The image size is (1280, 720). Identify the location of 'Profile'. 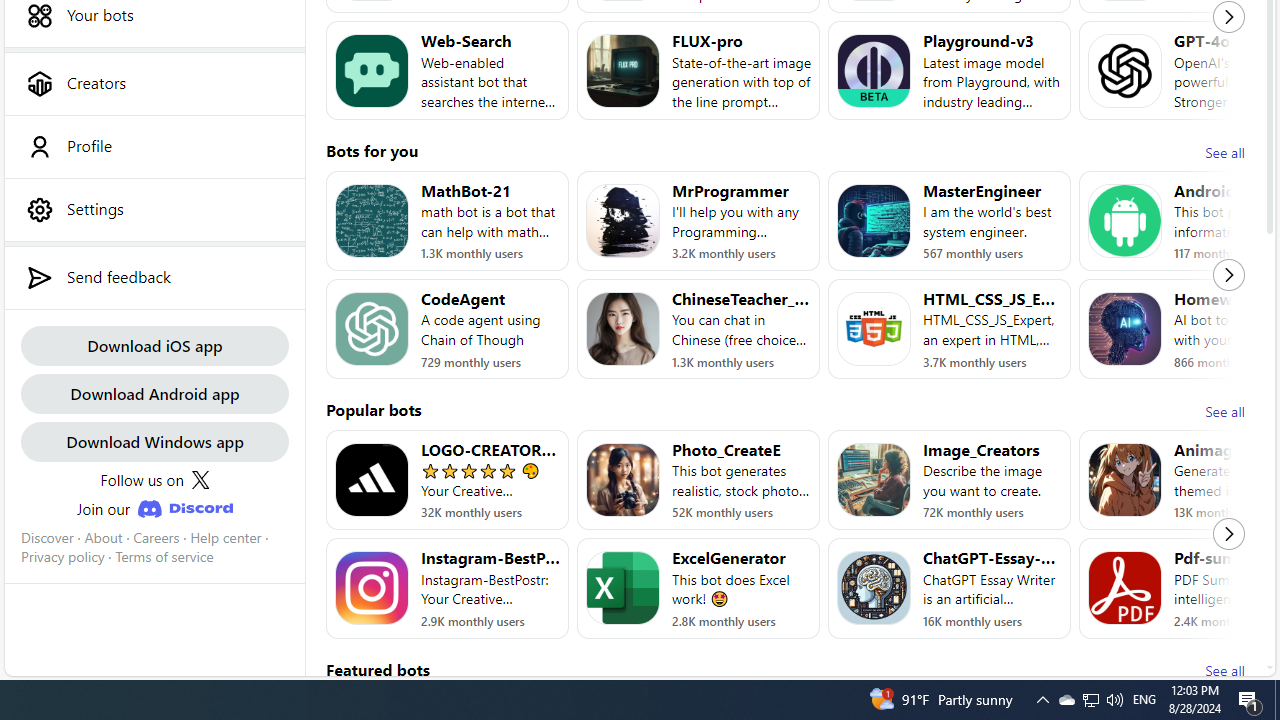
(153, 145).